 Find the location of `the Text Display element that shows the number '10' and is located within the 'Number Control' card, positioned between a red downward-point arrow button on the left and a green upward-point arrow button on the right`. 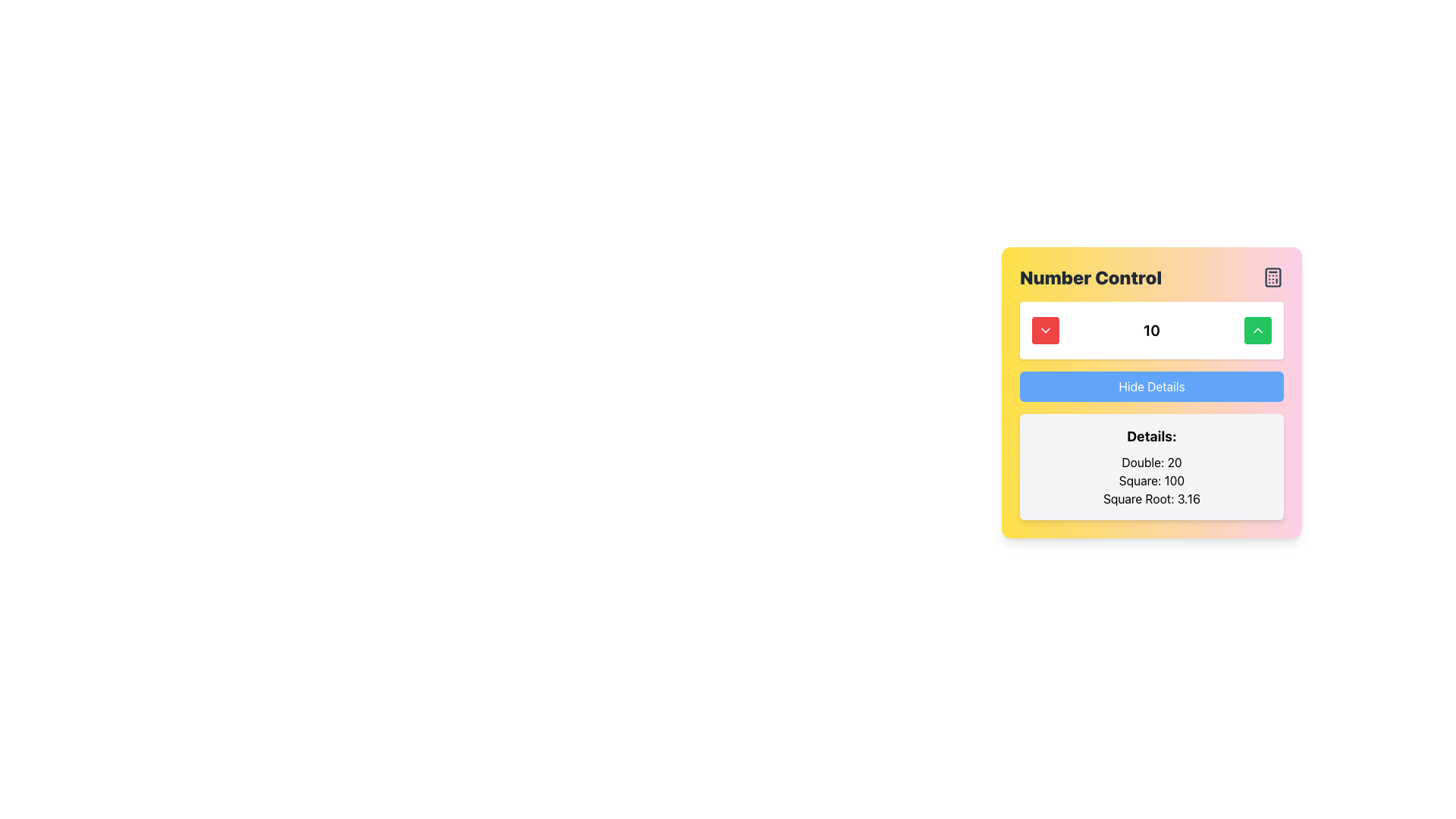

the Text Display element that shows the number '10' and is located within the 'Number Control' card, positioned between a red downward-point arrow button on the left and a green upward-point arrow button on the right is located at coordinates (1151, 329).